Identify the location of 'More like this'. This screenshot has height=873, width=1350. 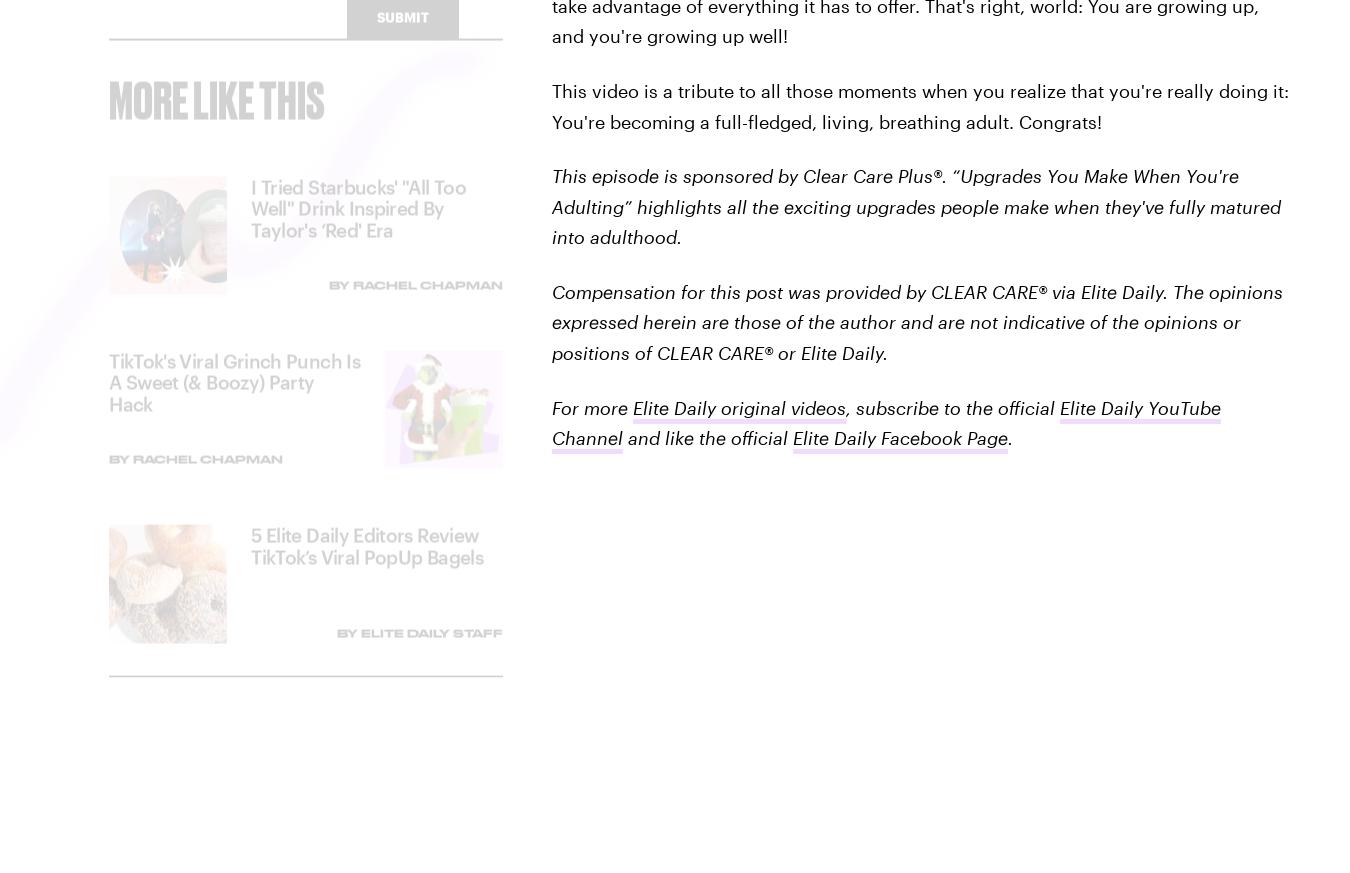
(216, 115).